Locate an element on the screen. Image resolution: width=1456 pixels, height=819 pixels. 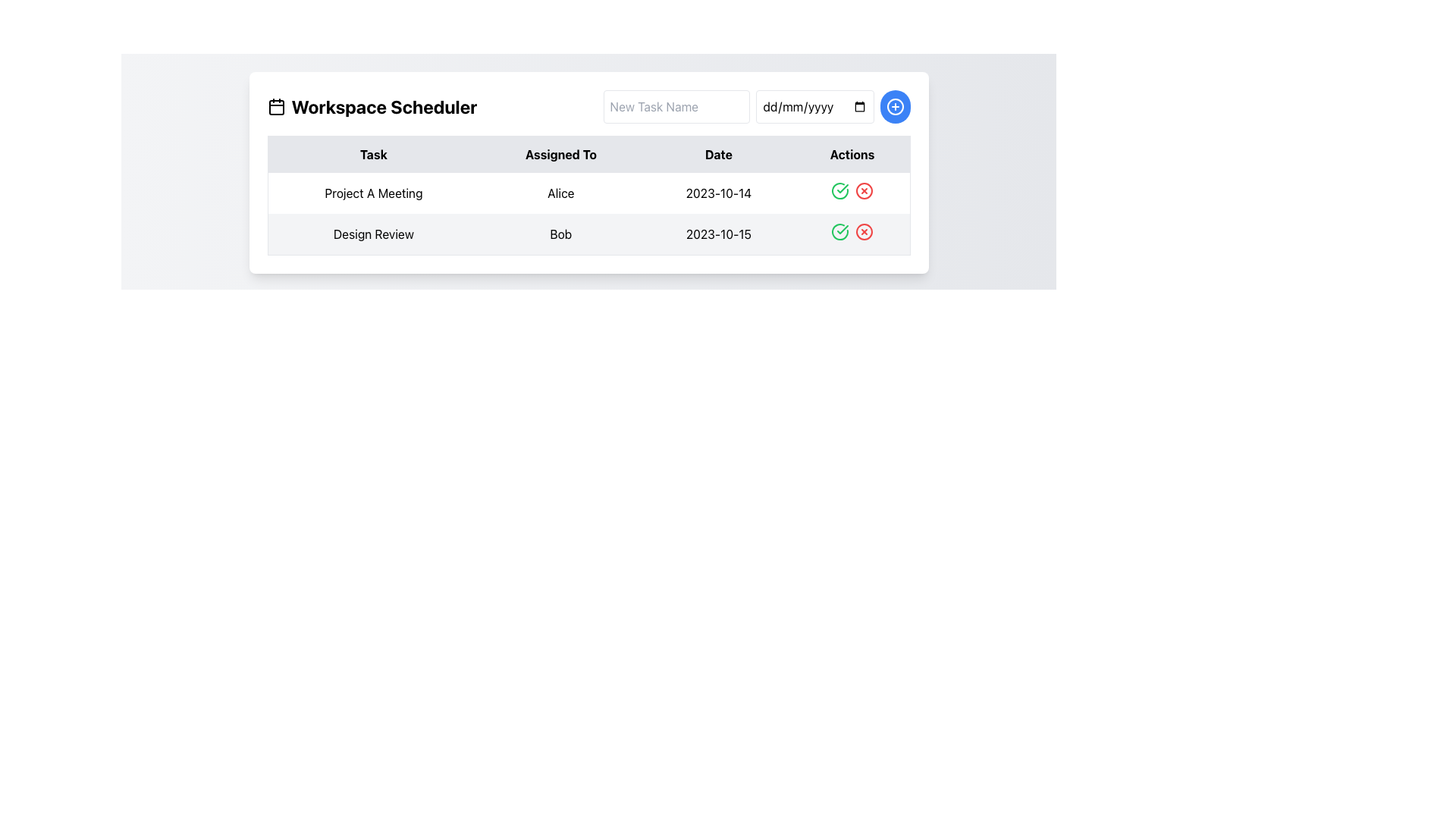
text of the Table Header Cell indicating the assignee of tasks, located as the second entry from the left in the header row of the table is located at coordinates (560, 154).